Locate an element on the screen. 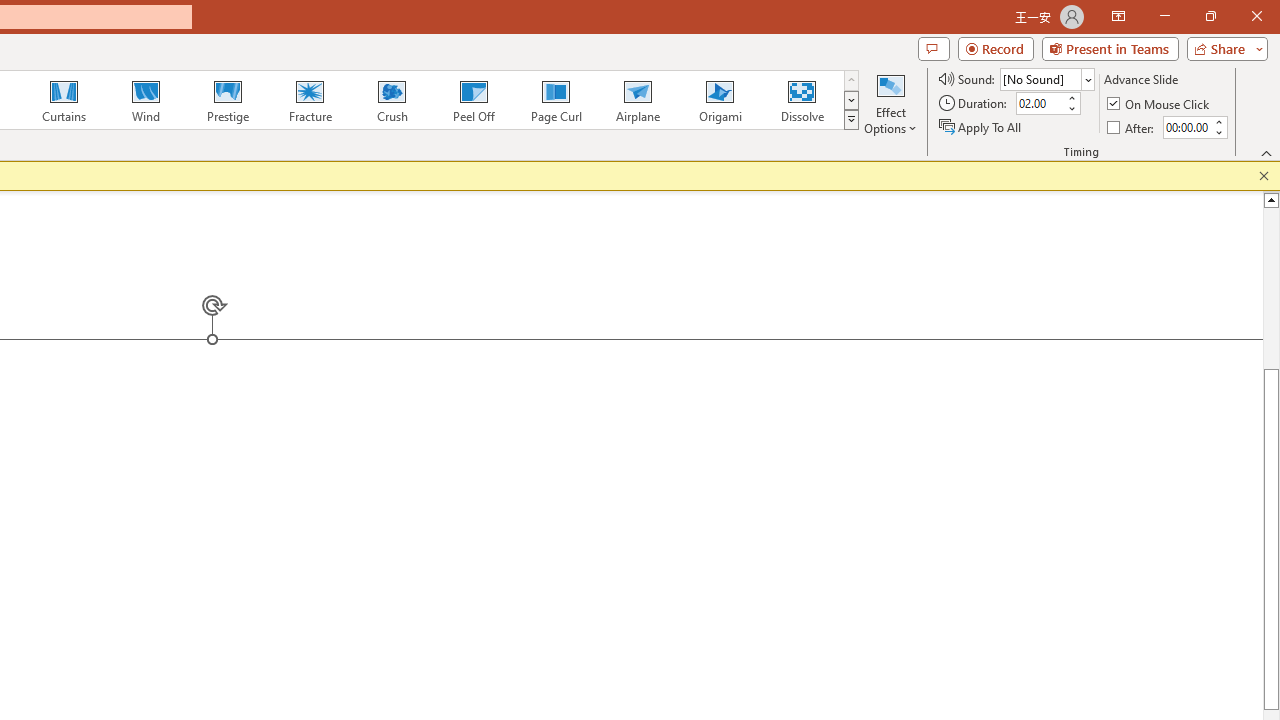  'Effect Options' is located at coordinates (889, 103).